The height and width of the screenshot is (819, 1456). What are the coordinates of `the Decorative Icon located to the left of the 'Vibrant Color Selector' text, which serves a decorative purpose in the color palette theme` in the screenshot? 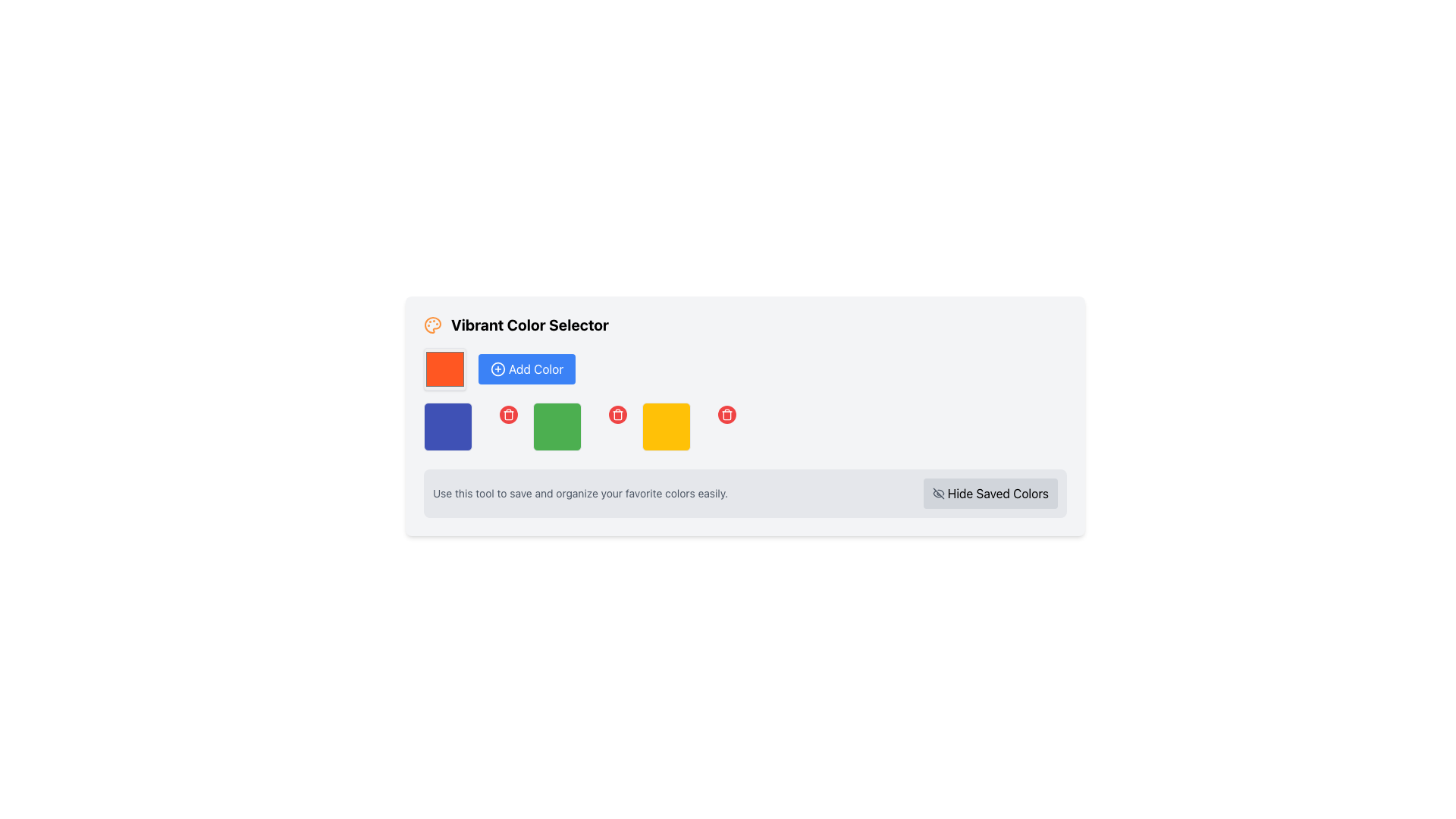 It's located at (432, 324).